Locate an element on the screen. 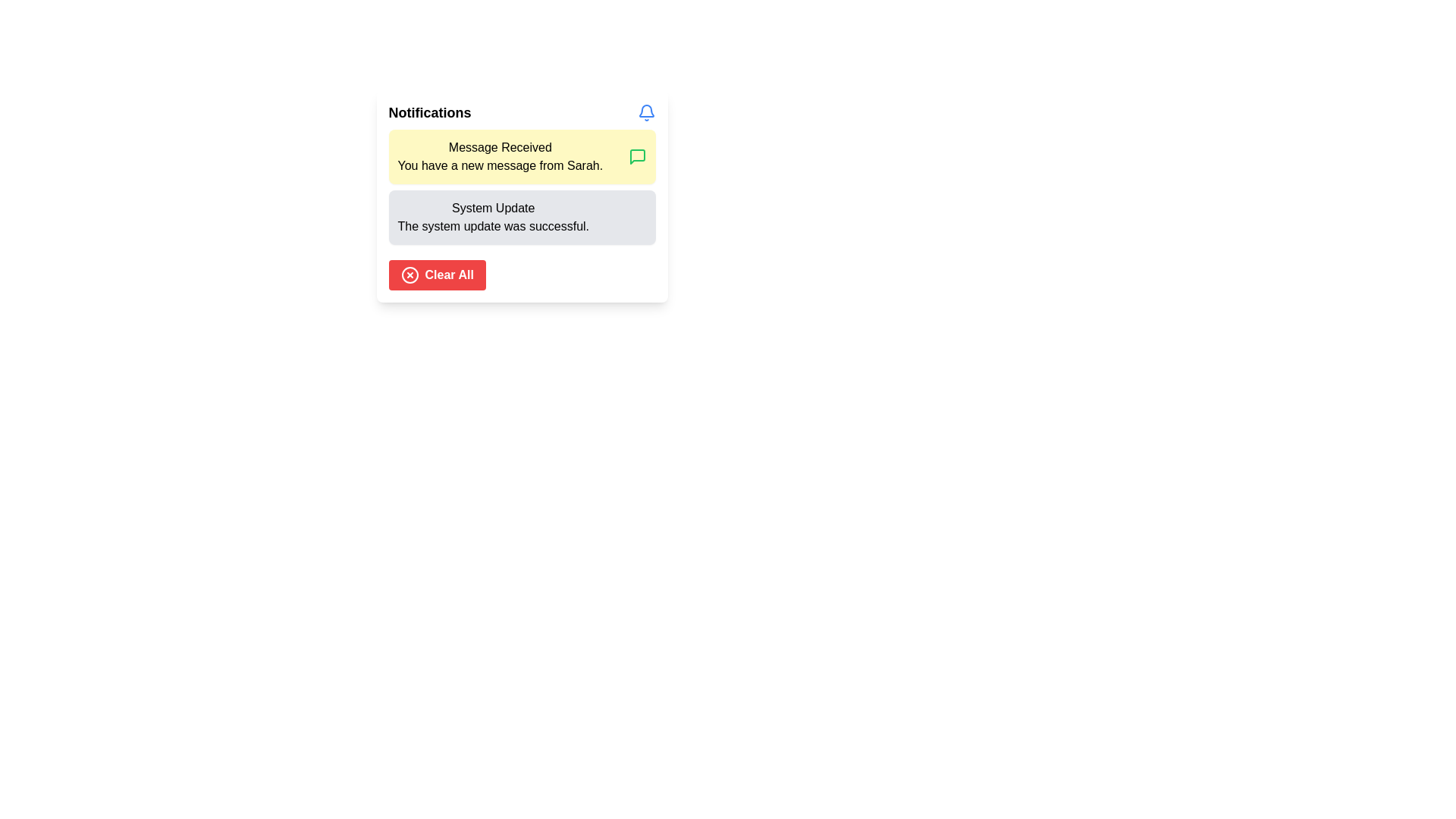 The image size is (1456, 819). the green chat icon located in the top-right corner of the yellow-highlighted notification card that reads 'Message Received' from Sarah to interact with it is located at coordinates (637, 157).